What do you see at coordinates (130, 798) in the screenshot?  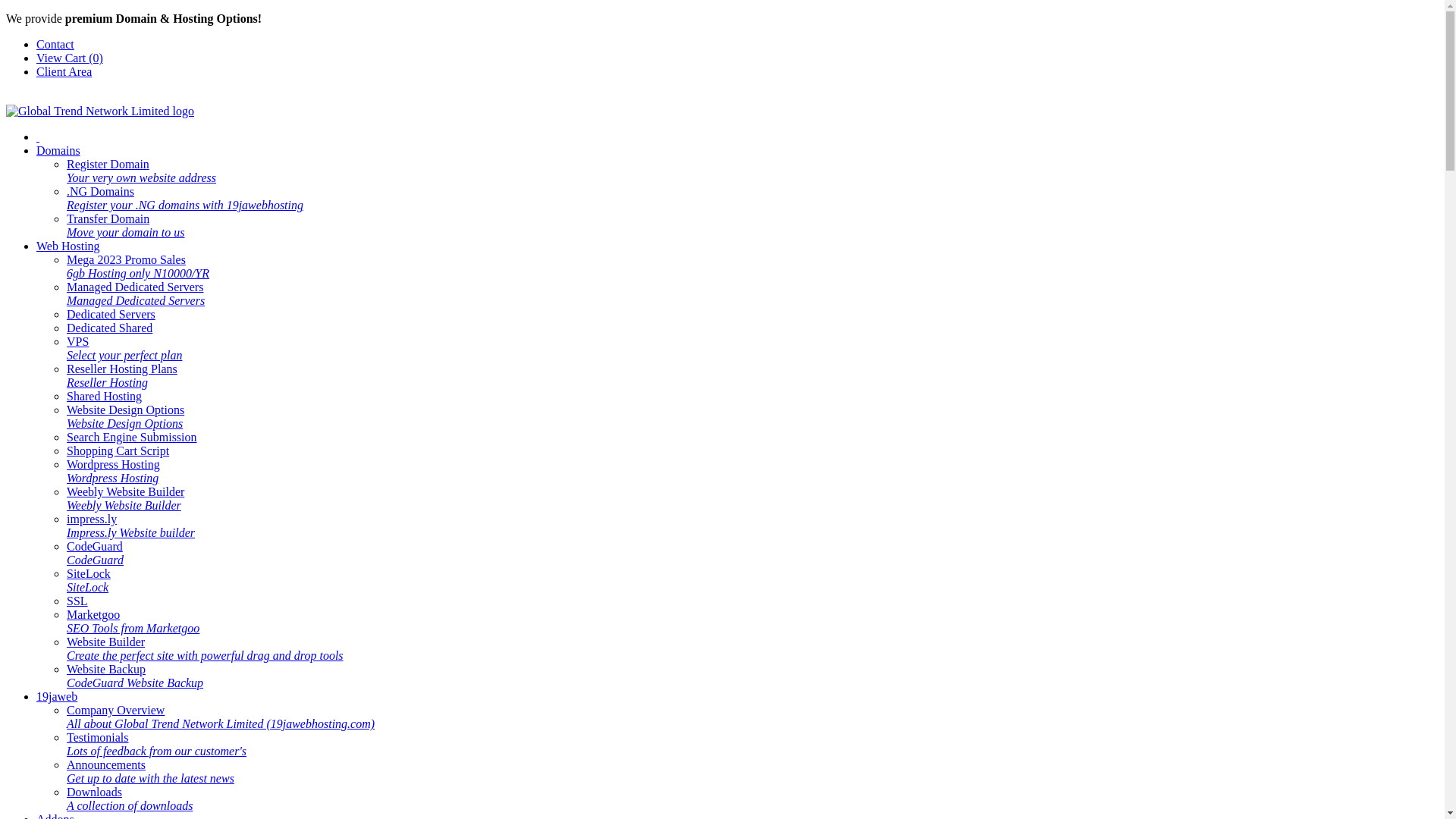 I see `'Downloads` at bounding box center [130, 798].